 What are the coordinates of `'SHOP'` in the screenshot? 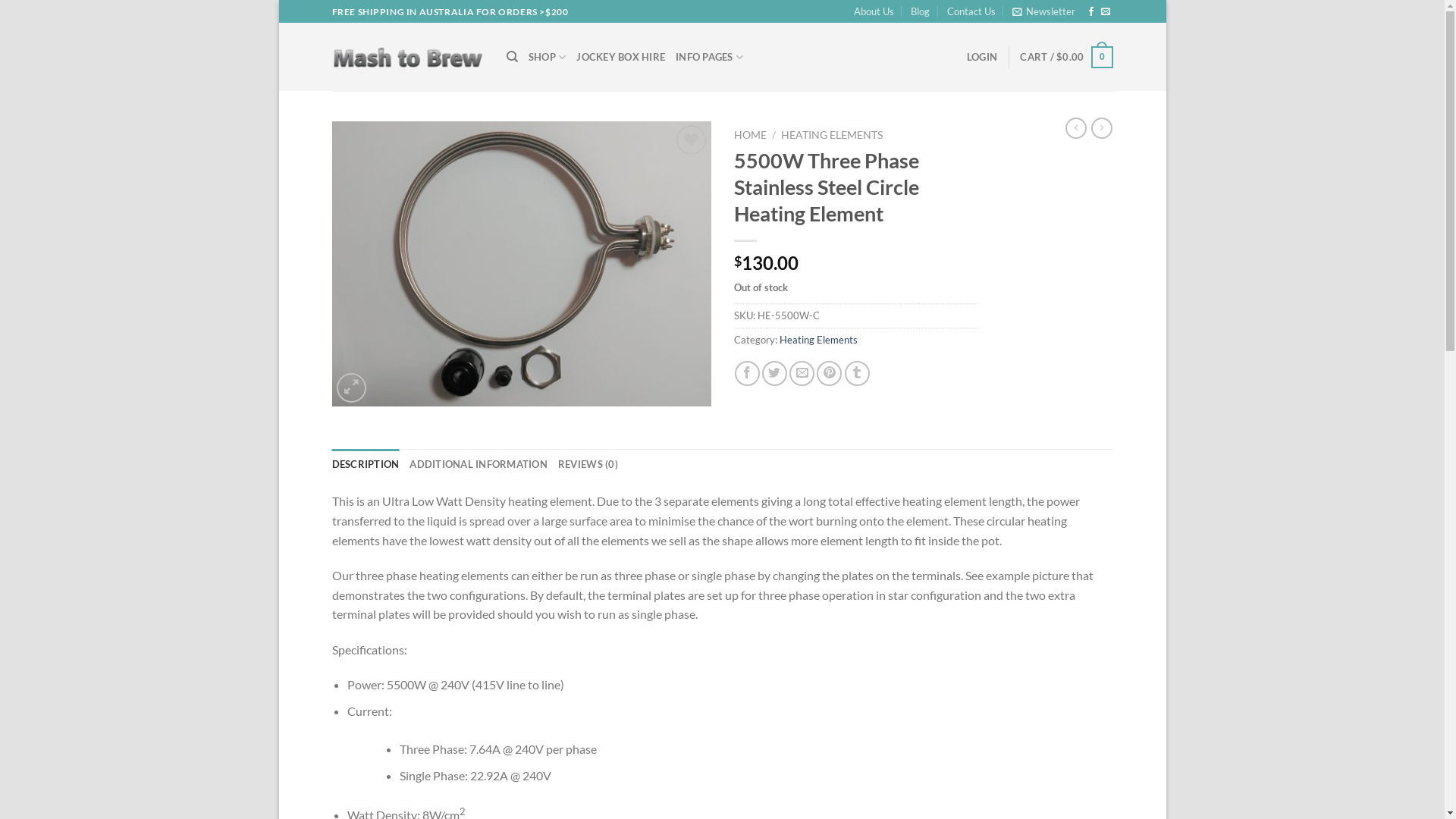 It's located at (546, 55).